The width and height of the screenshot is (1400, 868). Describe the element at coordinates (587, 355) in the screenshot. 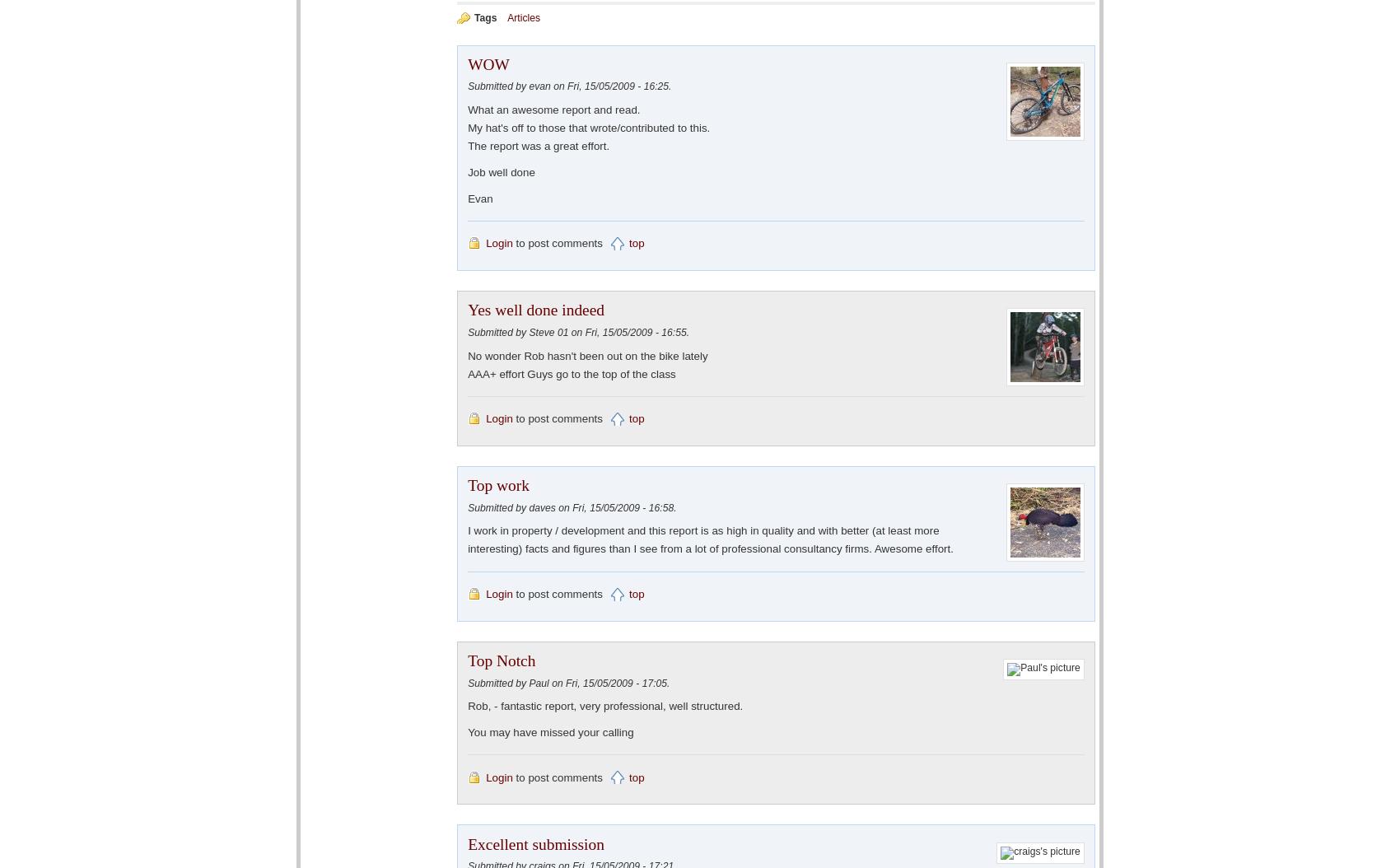

I see `'No wonder Rob hasn't been out on the bike lately'` at that location.